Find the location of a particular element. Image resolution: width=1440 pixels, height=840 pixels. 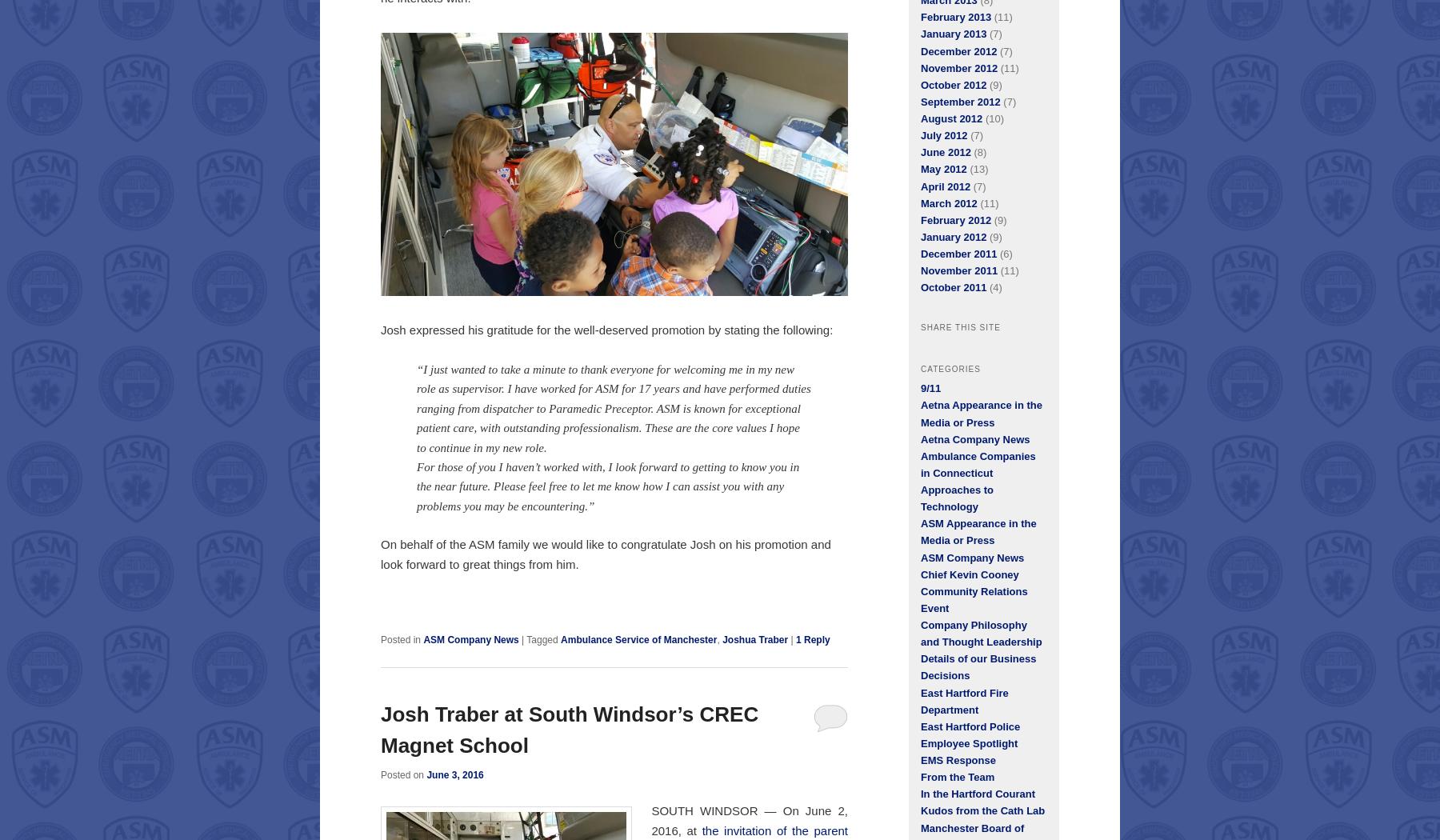

'January 2012' is located at coordinates (952, 235).